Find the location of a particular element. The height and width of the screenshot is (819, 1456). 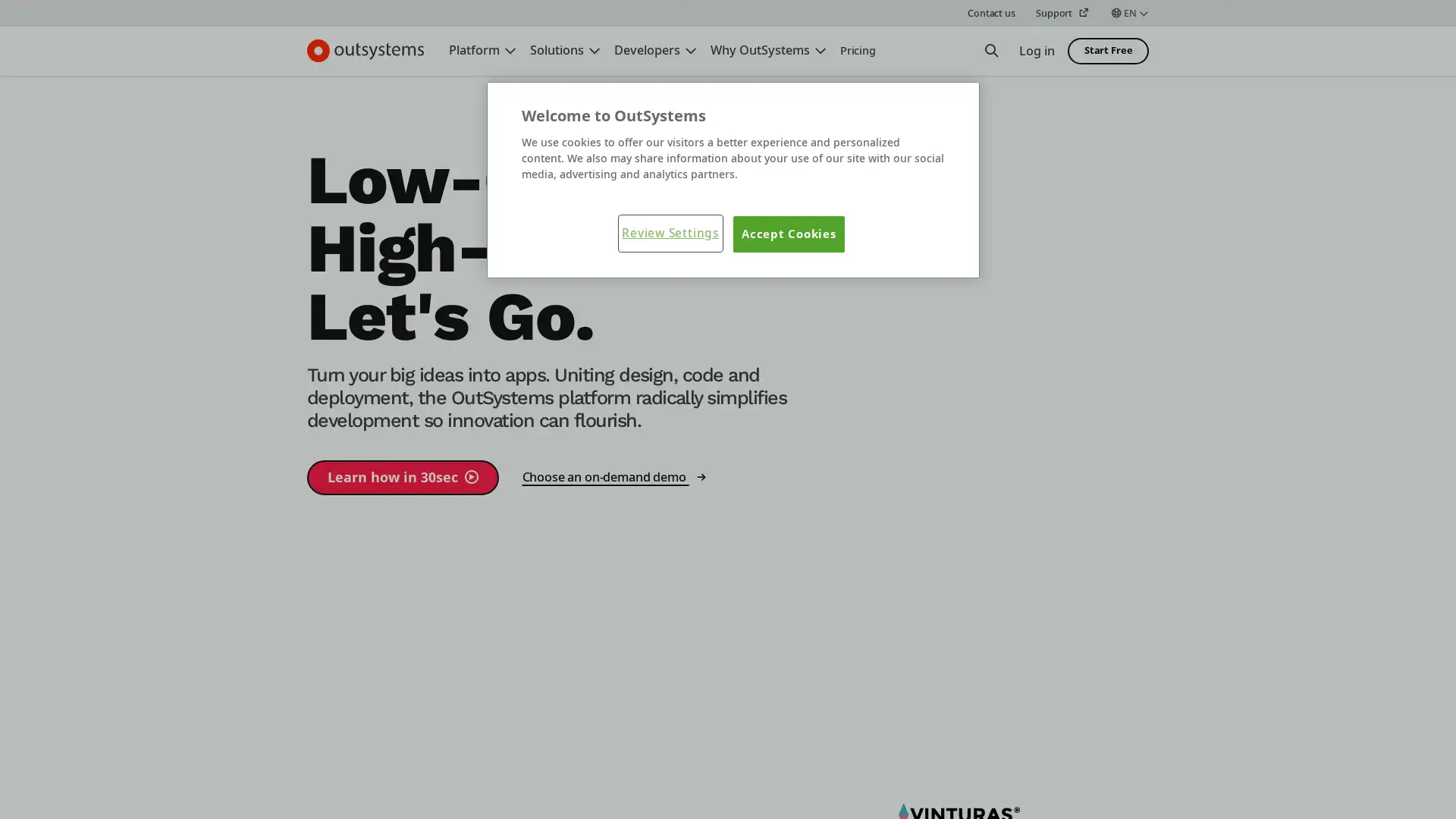

Developers is located at coordinates (655, 49).